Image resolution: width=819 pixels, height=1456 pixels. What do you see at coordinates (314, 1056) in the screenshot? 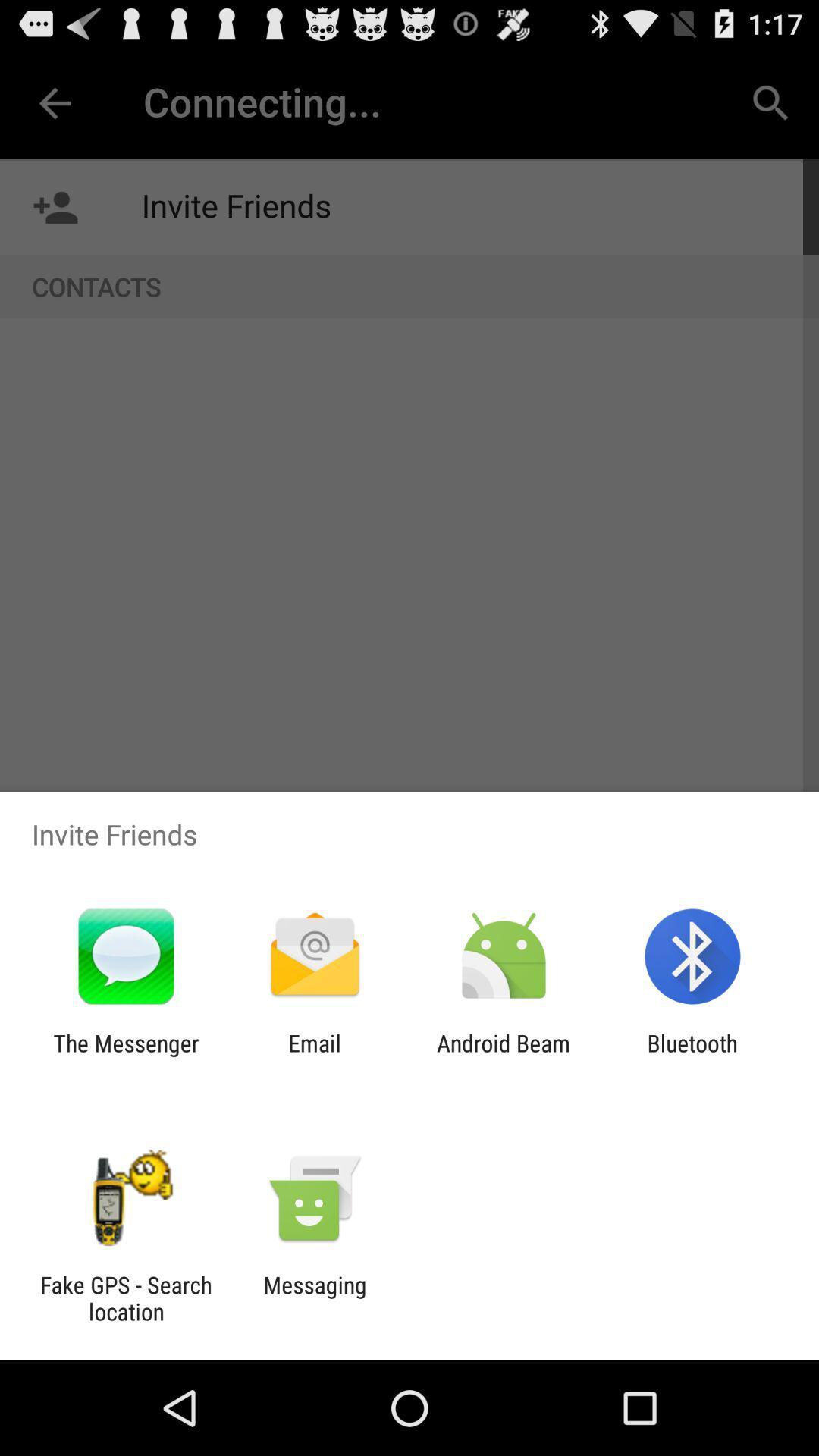
I see `the app next to the the messenger app` at bounding box center [314, 1056].